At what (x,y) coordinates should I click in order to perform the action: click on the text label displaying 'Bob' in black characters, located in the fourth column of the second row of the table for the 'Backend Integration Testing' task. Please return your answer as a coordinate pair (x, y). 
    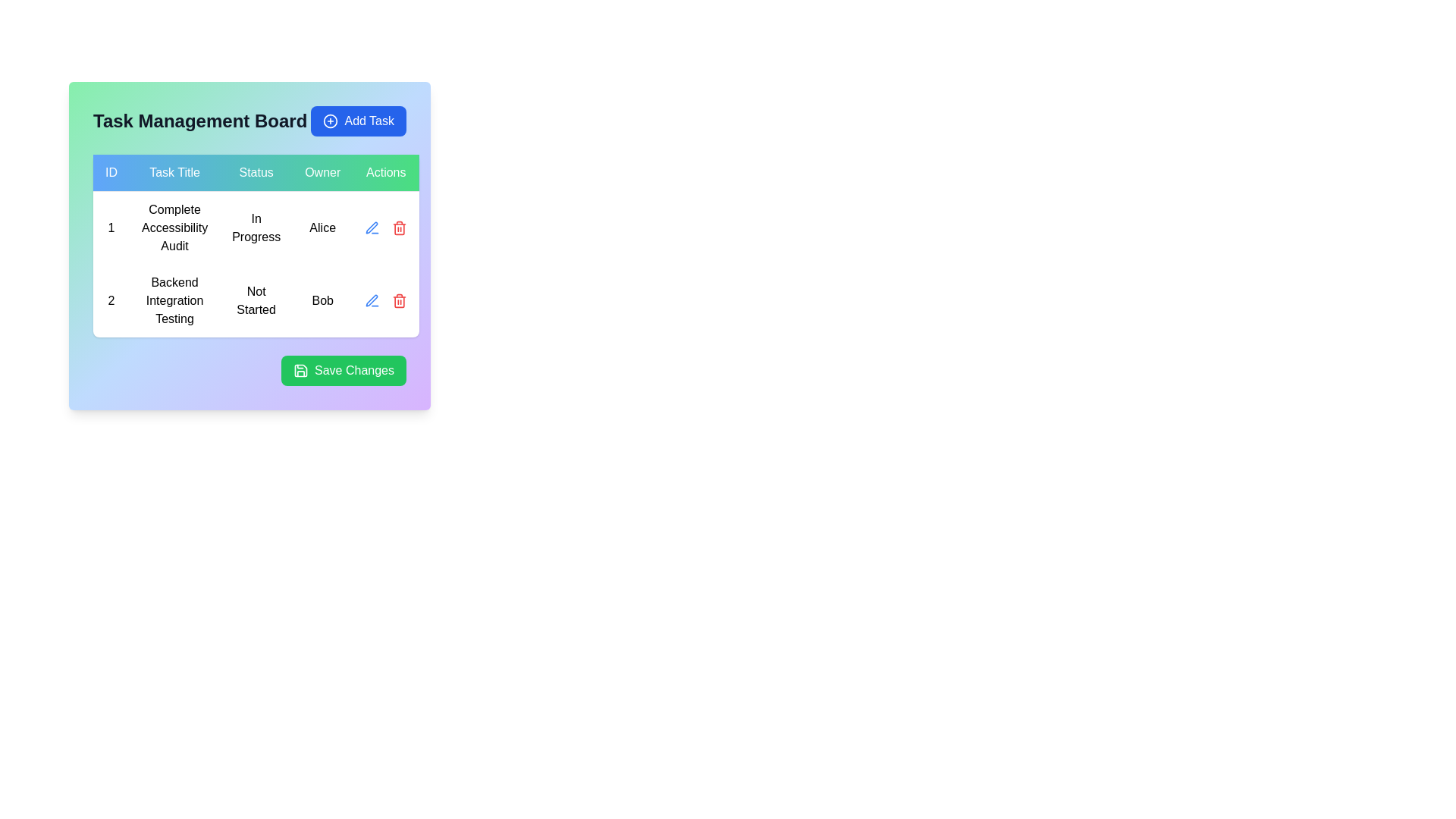
    Looking at the image, I should click on (322, 301).